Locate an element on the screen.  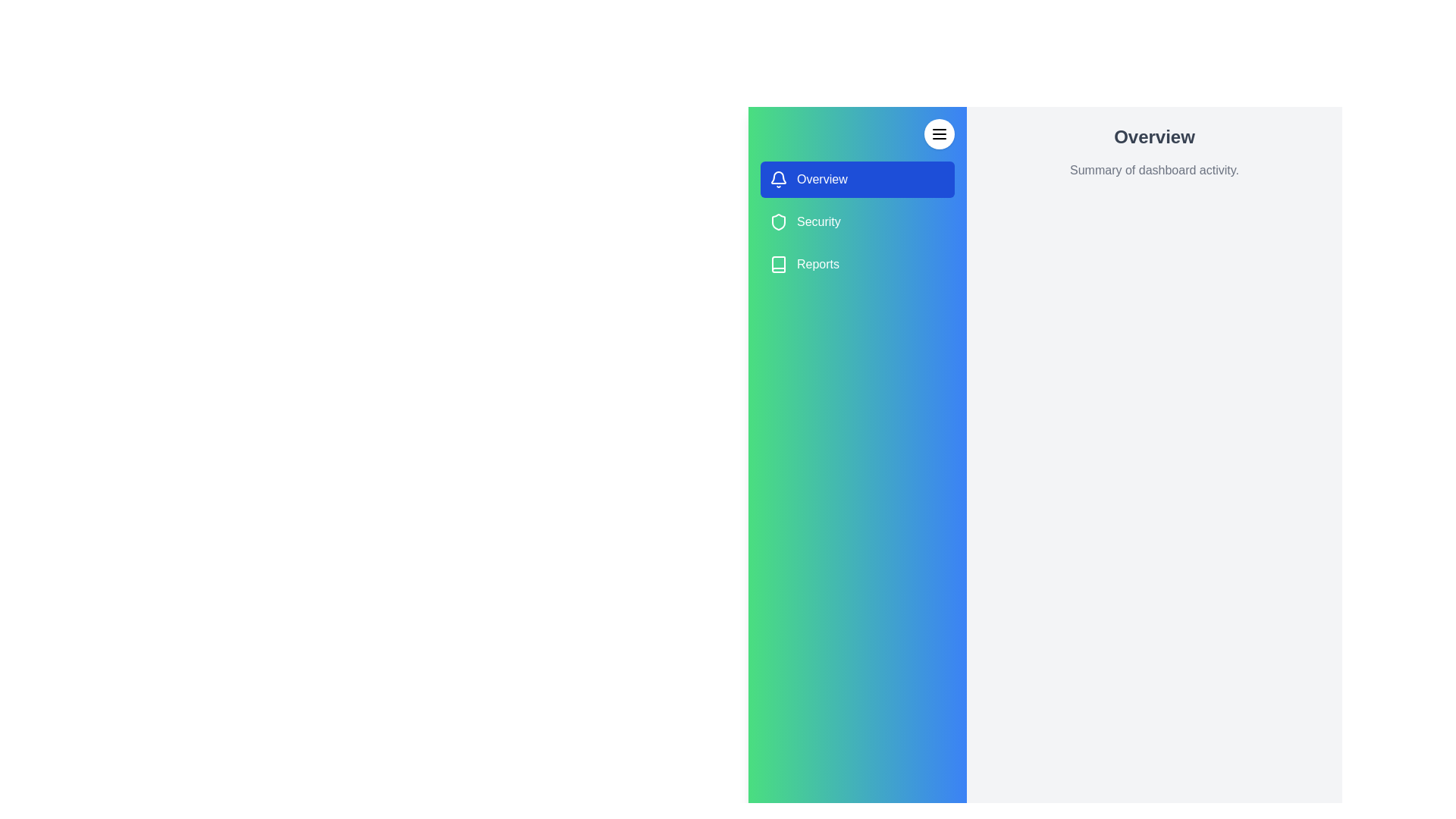
the menu item corresponding to the section Overview is located at coordinates (858, 178).